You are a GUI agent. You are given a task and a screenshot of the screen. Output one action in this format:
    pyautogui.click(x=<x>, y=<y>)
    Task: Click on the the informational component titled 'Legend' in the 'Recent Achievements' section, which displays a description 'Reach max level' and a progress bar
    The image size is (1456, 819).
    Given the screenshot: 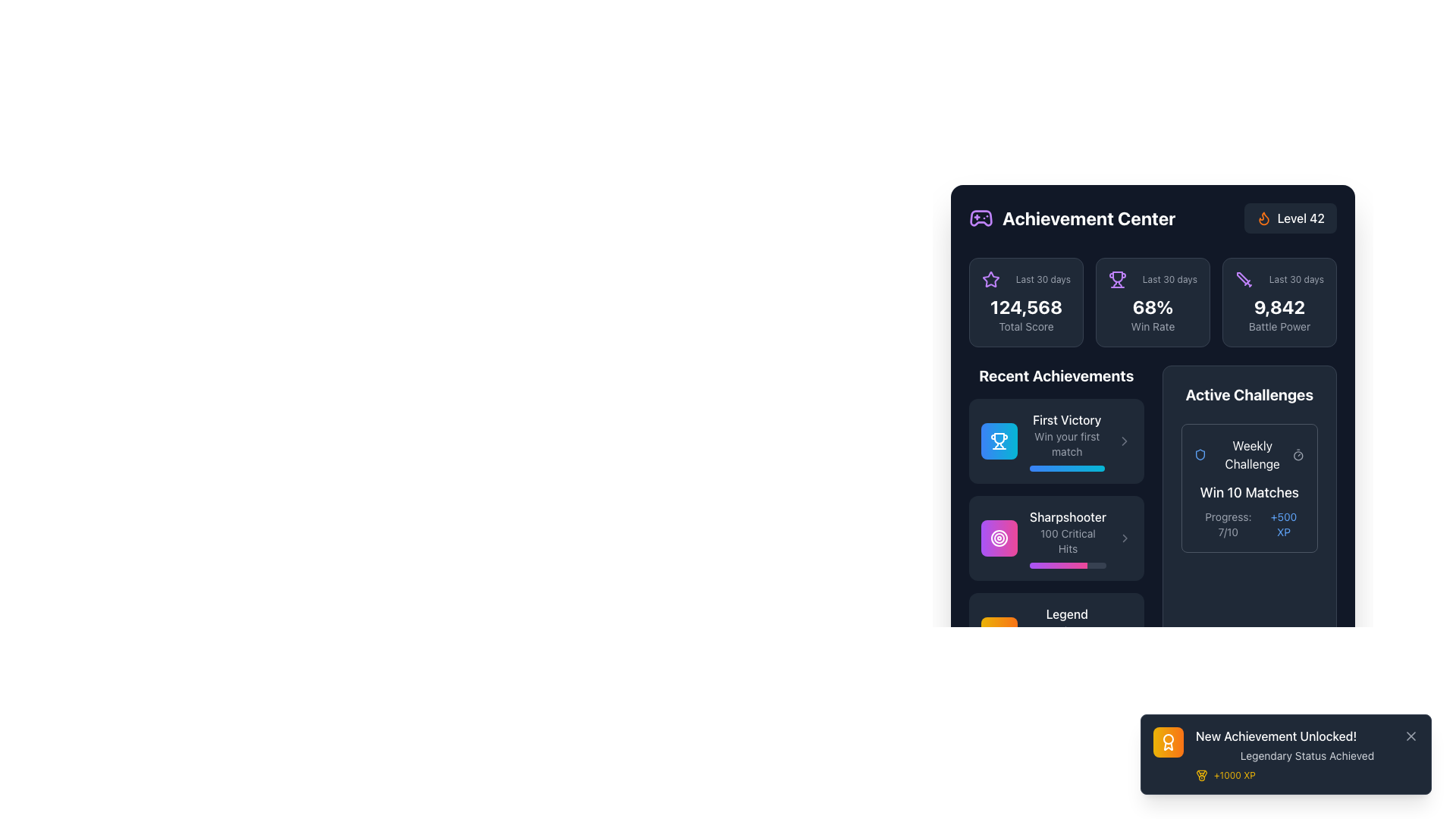 What is the action you would take?
    pyautogui.click(x=1066, y=635)
    